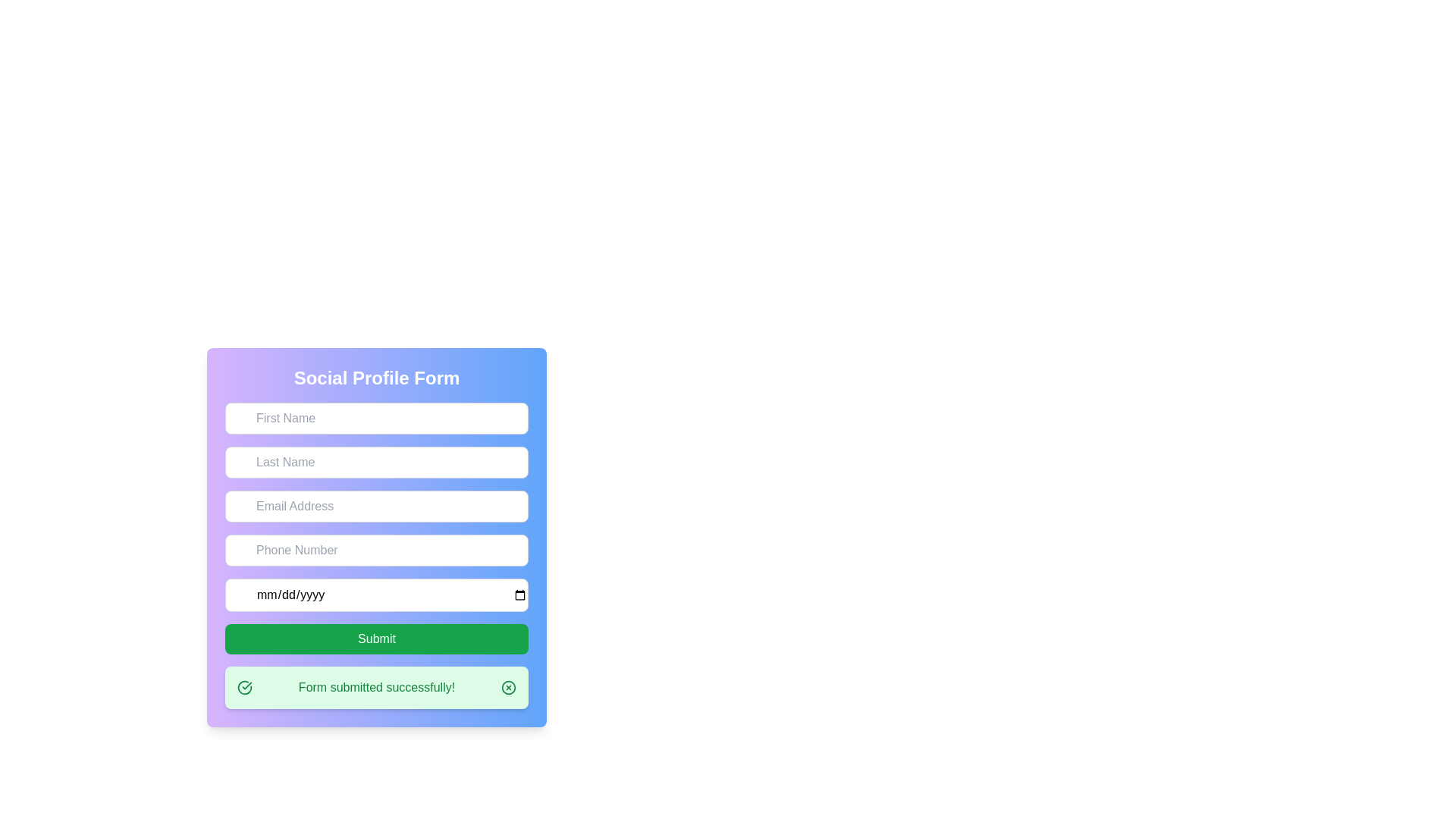 This screenshot has height=819, width=1456. Describe the element at coordinates (244, 687) in the screenshot. I see `the success icon located on the left side of the success message box that confirms 'Form submitted successfully!'` at that location.